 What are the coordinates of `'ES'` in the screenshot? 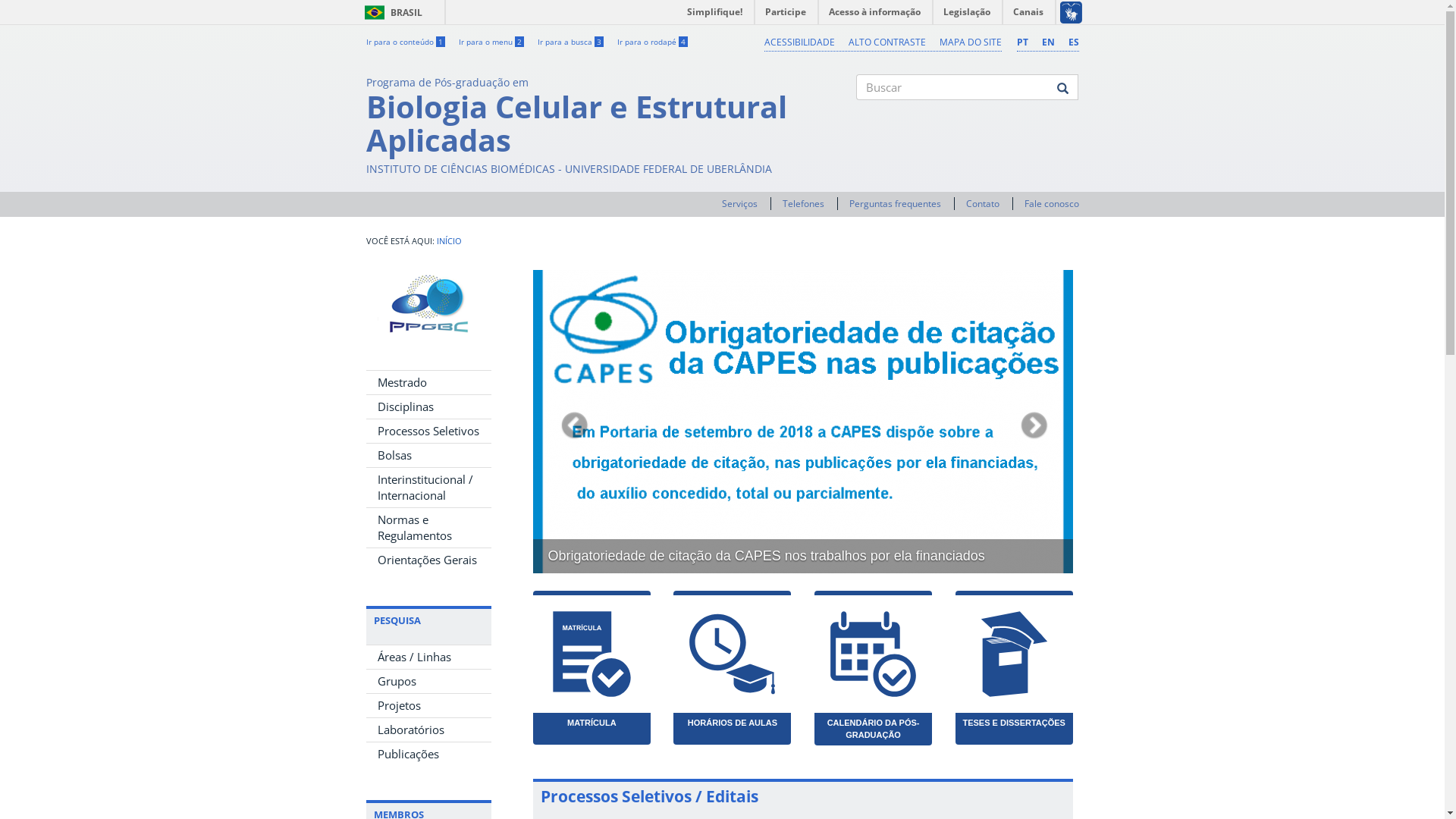 It's located at (1072, 41).